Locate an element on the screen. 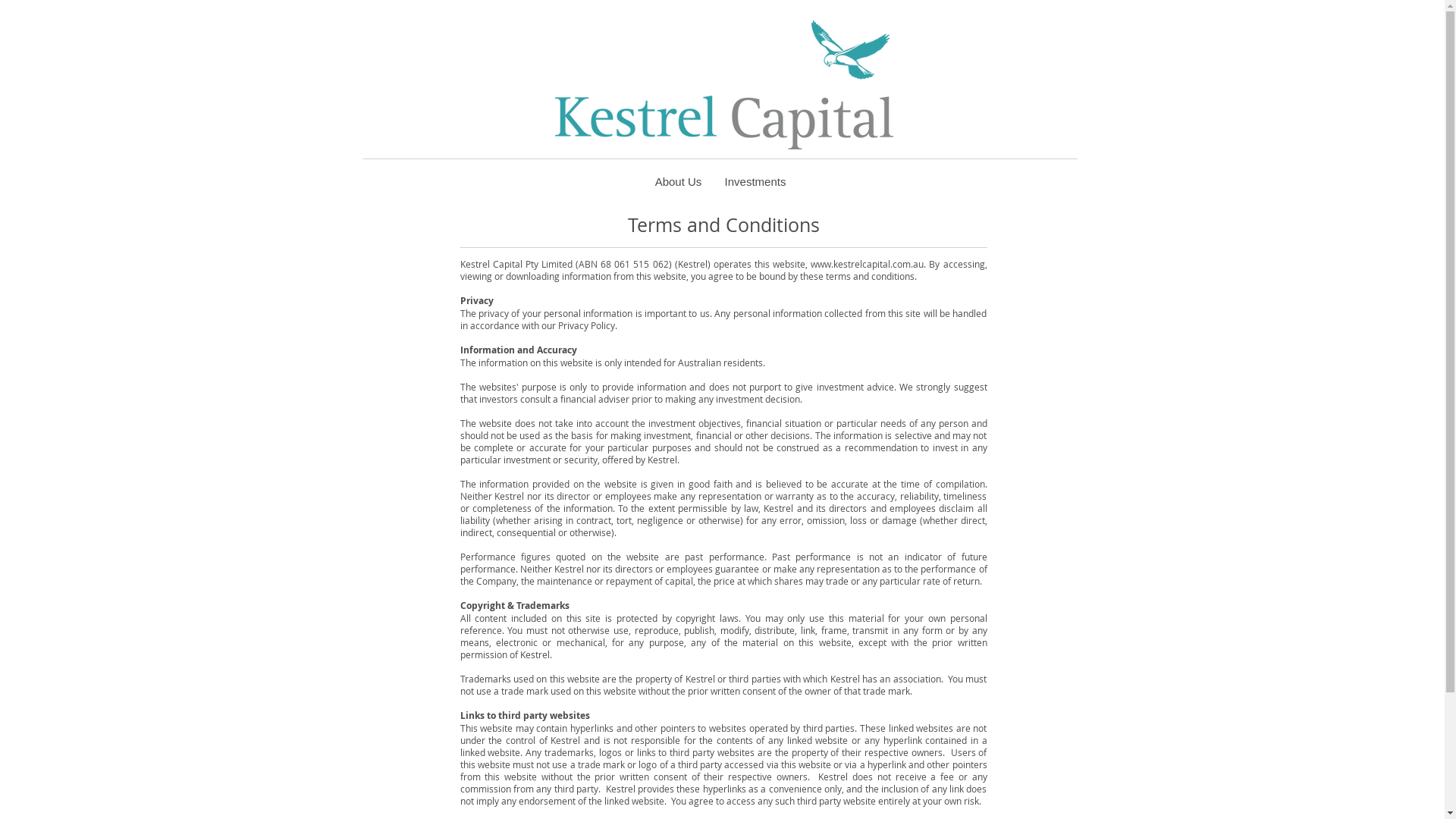 The image size is (1456, 819). 'www.kestrelcapital.com.au' is located at coordinates (867, 262).